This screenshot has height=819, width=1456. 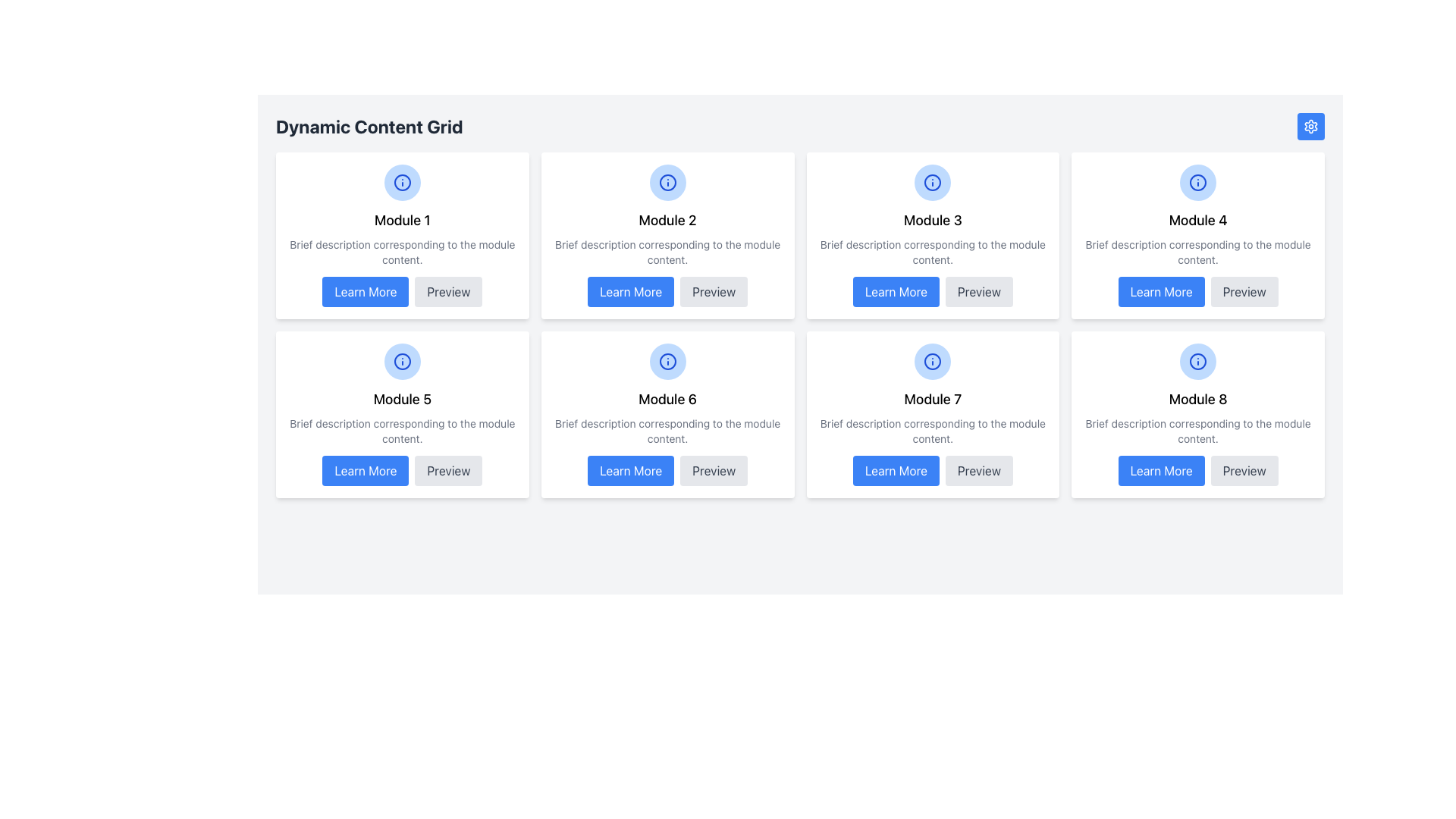 What do you see at coordinates (667, 181) in the screenshot?
I see `the information icon located at the center-top of the 'Module 2' card to interact with associated information` at bounding box center [667, 181].